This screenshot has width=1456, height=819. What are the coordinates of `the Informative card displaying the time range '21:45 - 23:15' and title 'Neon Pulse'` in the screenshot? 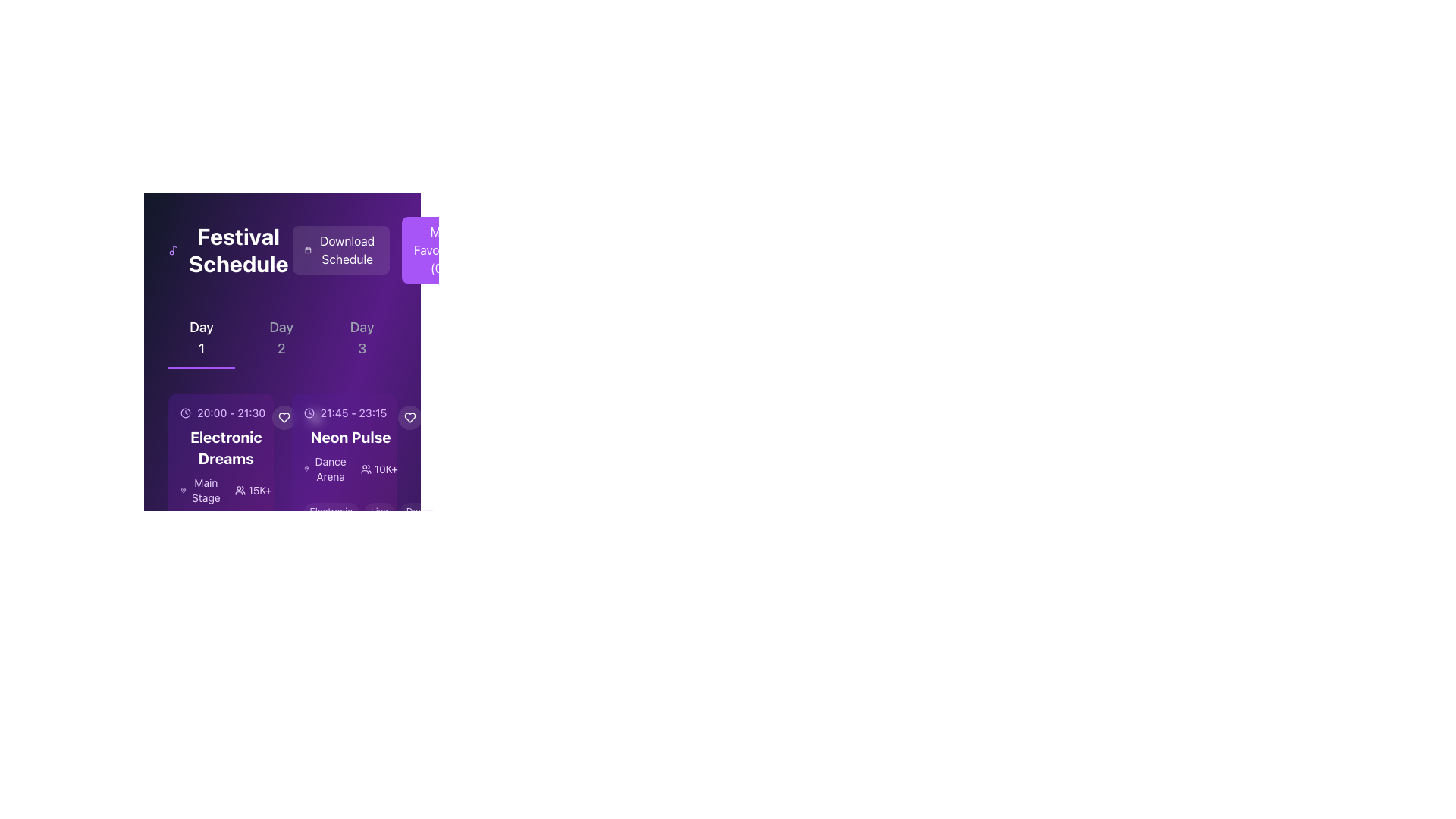 It's located at (343, 444).